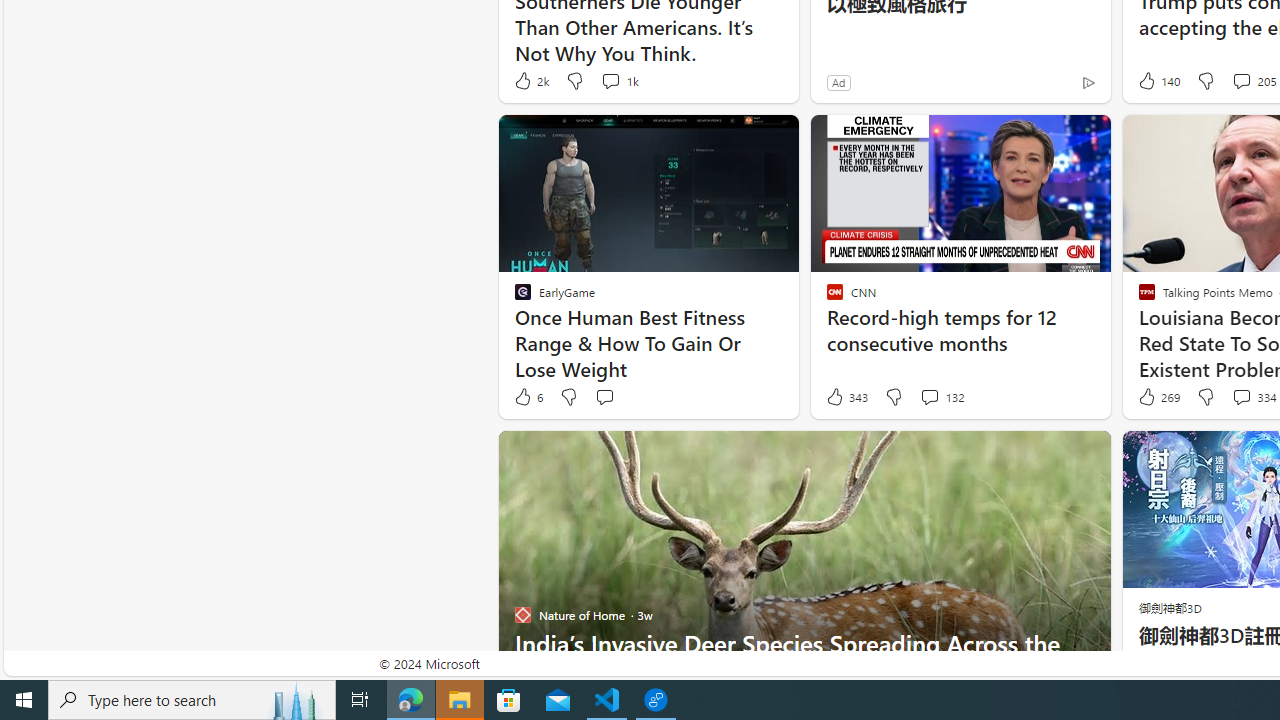 Image resolution: width=1280 pixels, height=720 pixels. Describe the element at coordinates (1085, 455) in the screenshot. I see `'See more'` at that location.